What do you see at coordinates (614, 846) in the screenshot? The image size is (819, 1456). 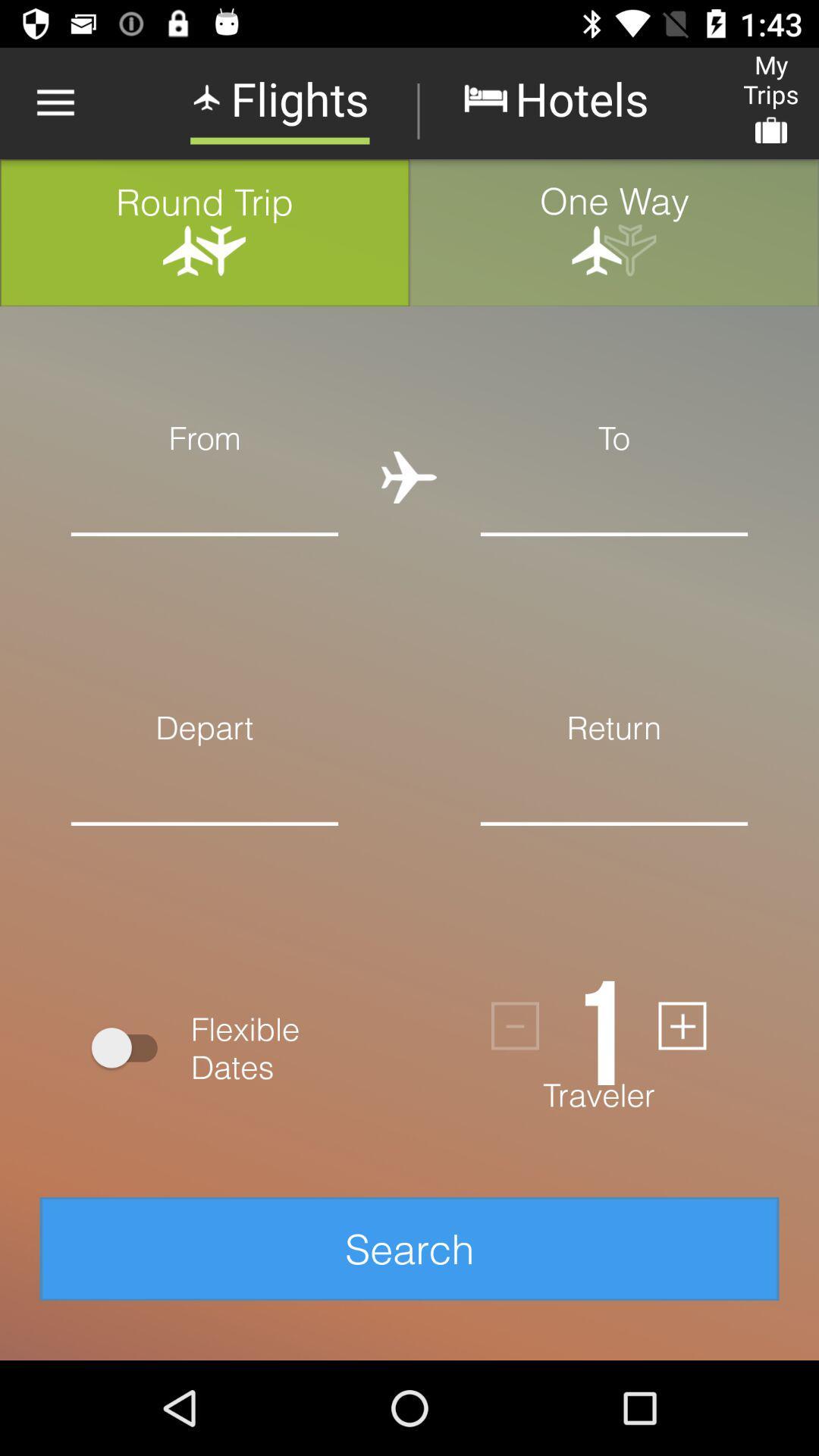 I see `return date of flight` at bounding box center [614, 846].